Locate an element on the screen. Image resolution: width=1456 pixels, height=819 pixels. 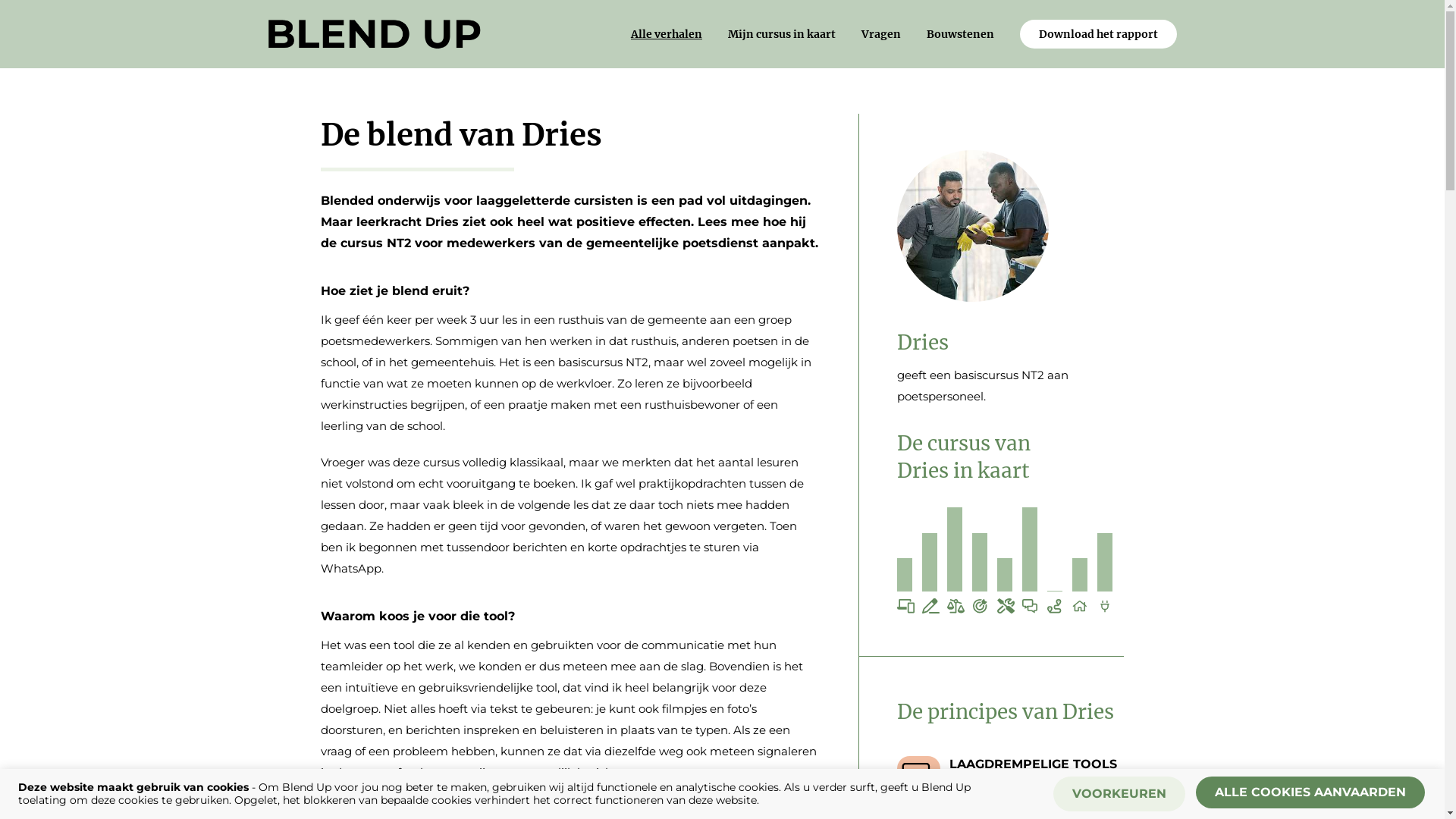
'Vragen' is located at coordinates (880, 34).